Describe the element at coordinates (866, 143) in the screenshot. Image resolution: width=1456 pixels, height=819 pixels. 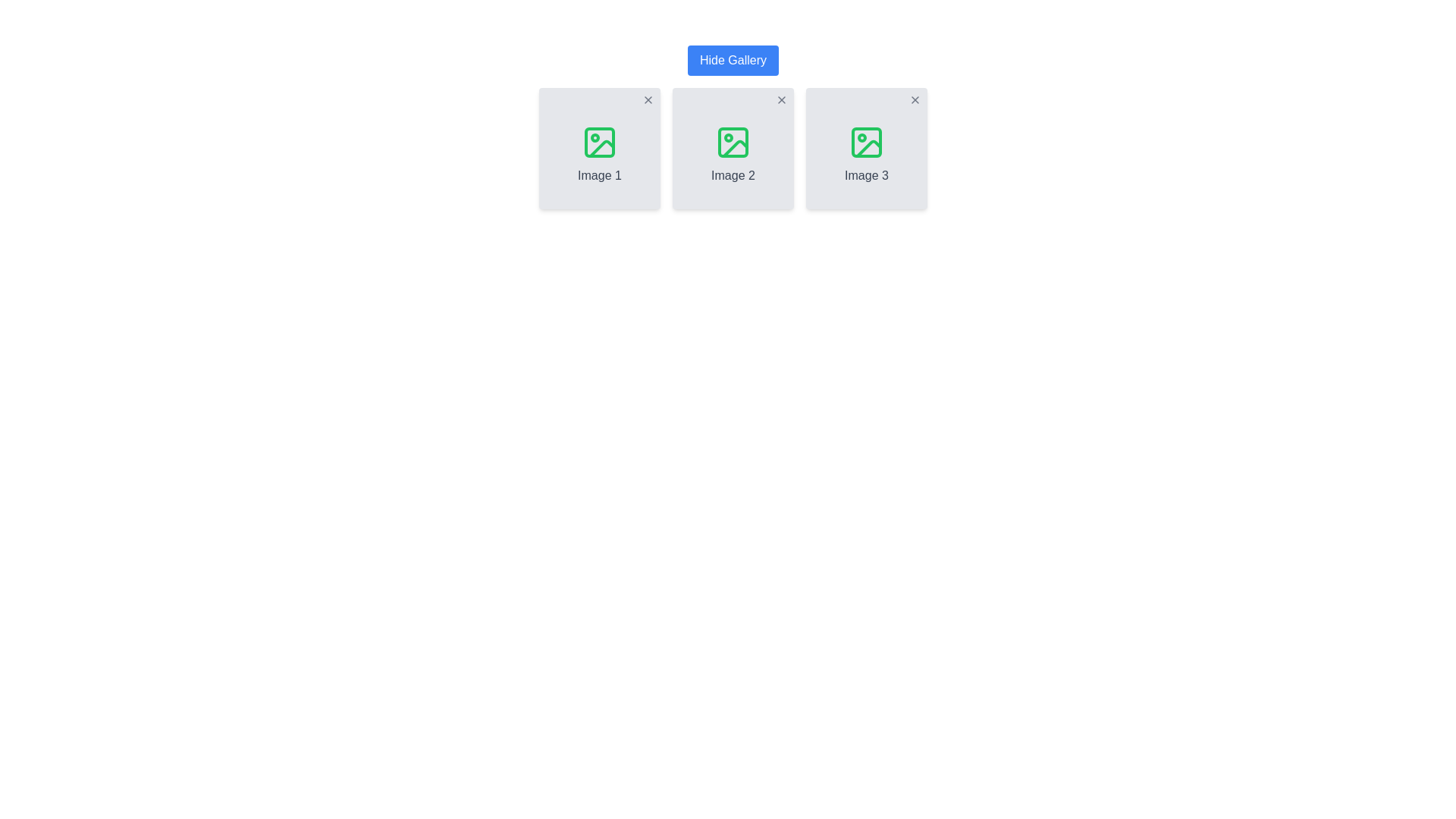
I see `the SVG icon representing an image, which has a green stroke and is centrally positioned within the third gray rectangular card, above the label 'Image 3'` at that location.